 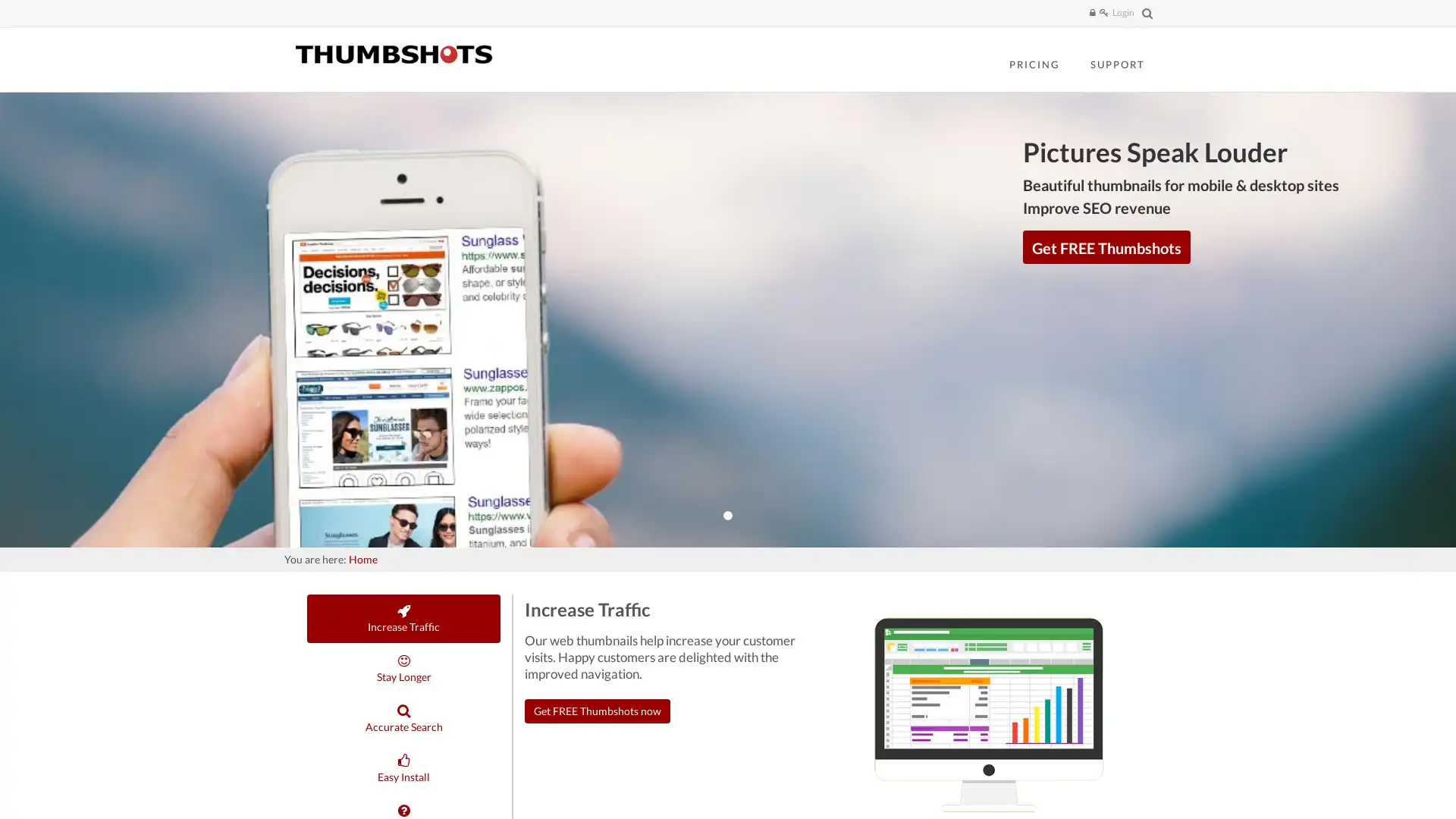 I want to click on Get FREE Thumbshots, so click(x=1106, y=245).